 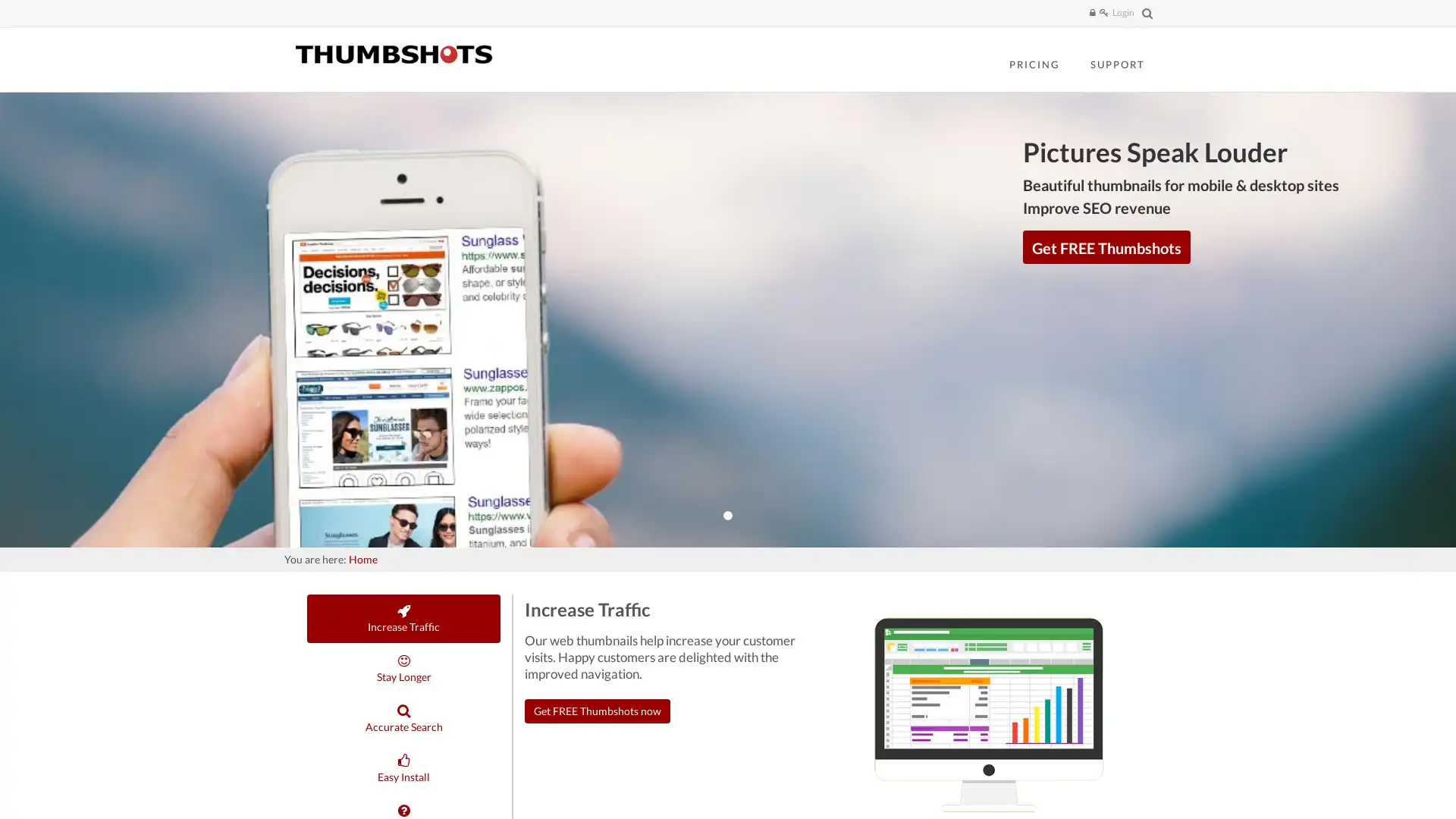 I want to click on Get FREE Thumbshots, so click(x=1106, y=245).